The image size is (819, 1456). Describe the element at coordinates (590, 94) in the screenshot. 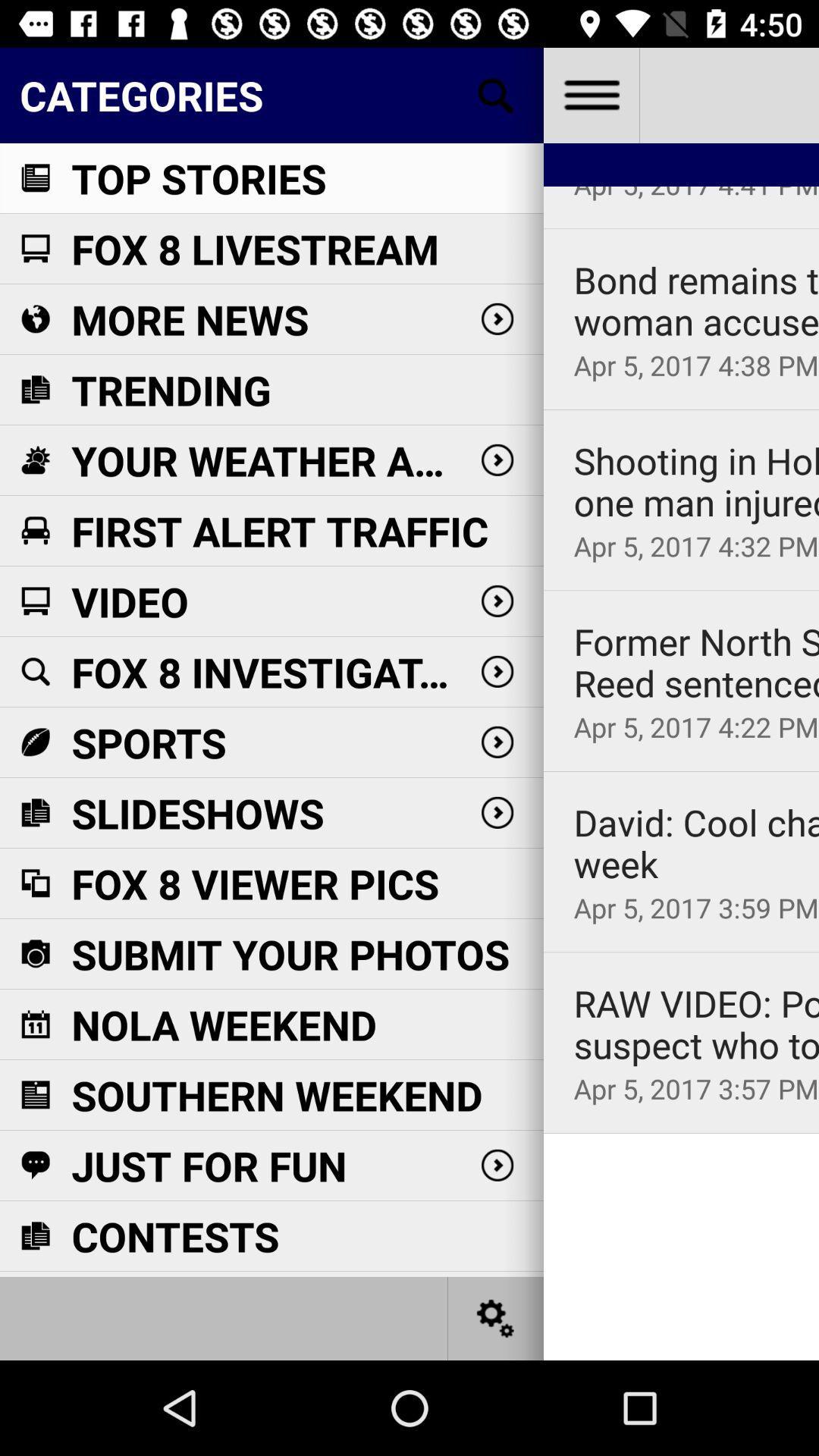

I see `open menu` at that location.